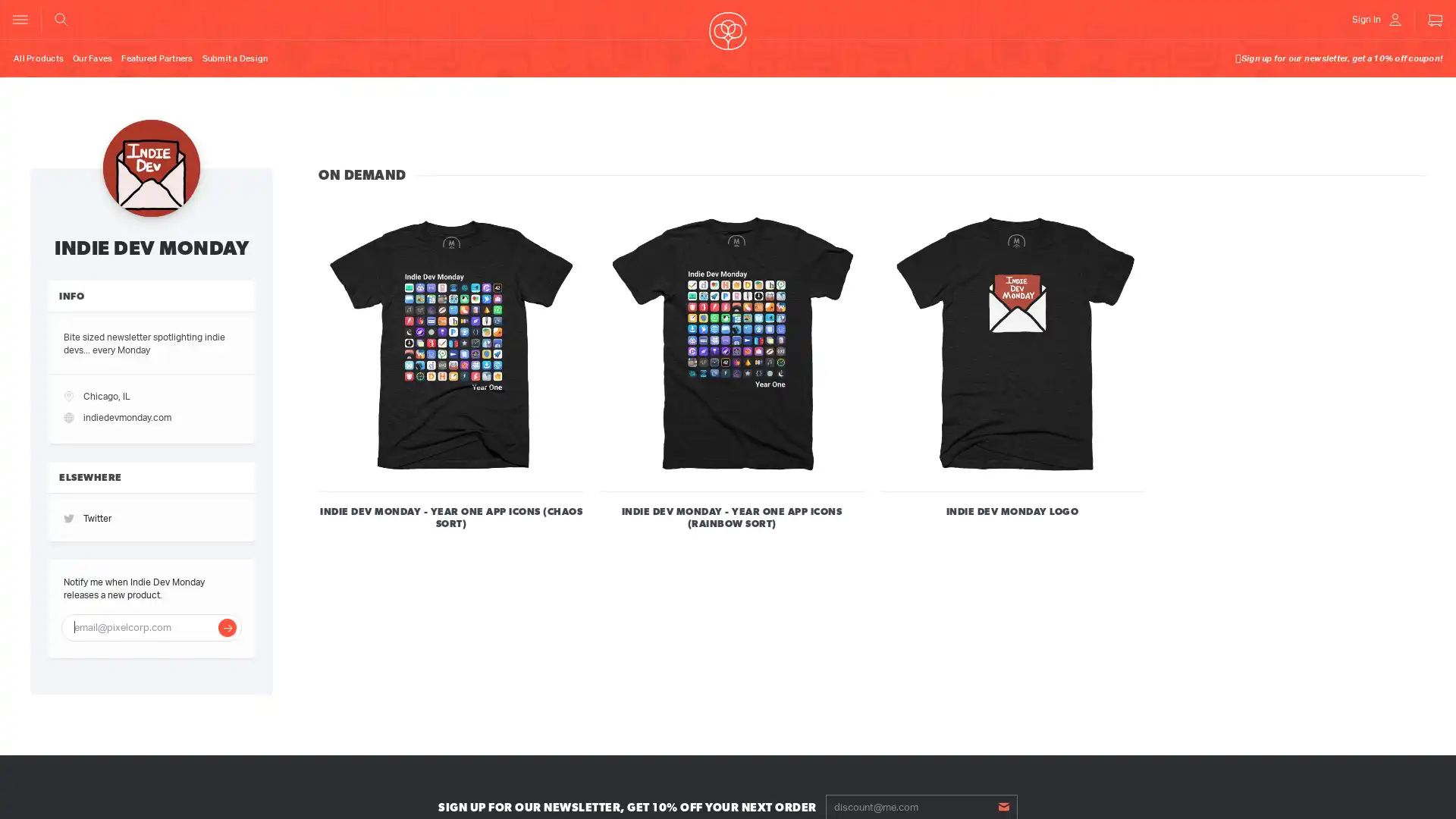 The height and width of the screenshot is (819, 1456). I want to click on Submit, so click(226, 626).